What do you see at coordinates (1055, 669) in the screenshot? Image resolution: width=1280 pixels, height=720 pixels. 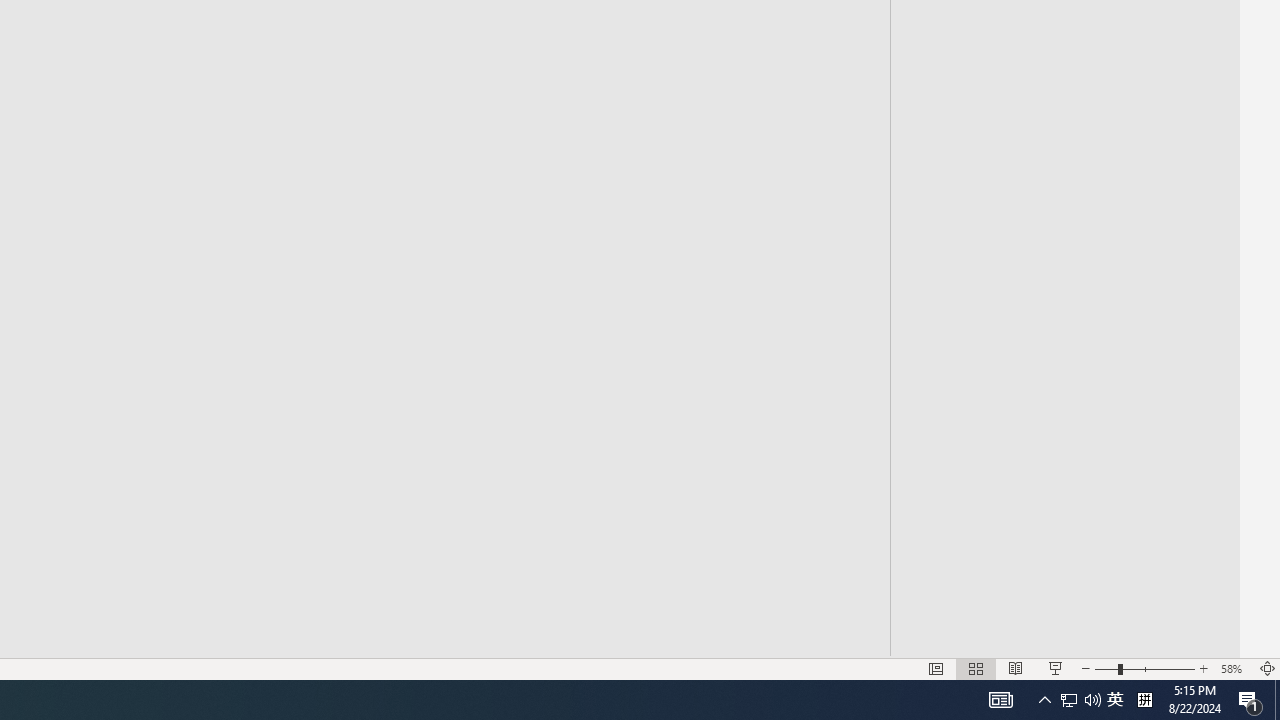 I see `'Slide Show'` at bounding box center [1055, 669].